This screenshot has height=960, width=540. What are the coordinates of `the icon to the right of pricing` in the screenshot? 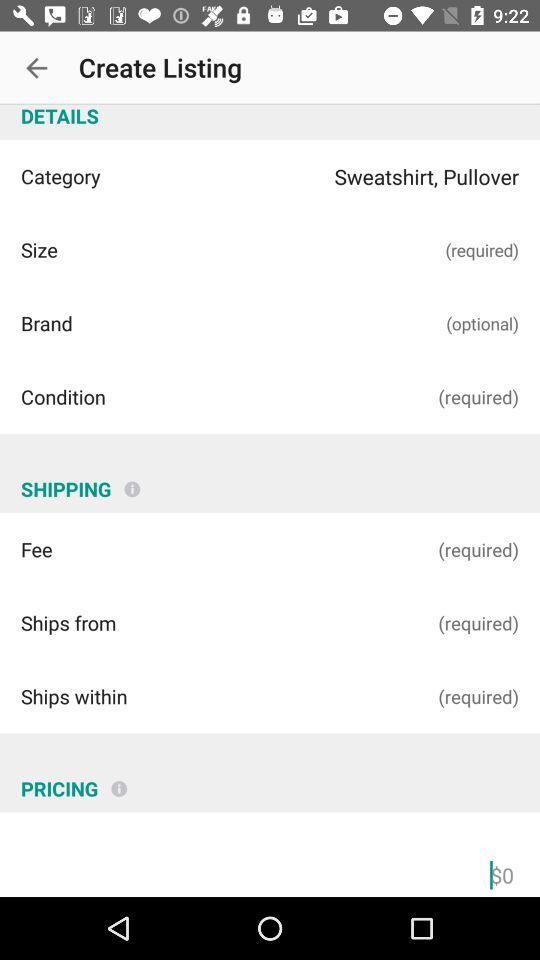 It's located at (119, 781).